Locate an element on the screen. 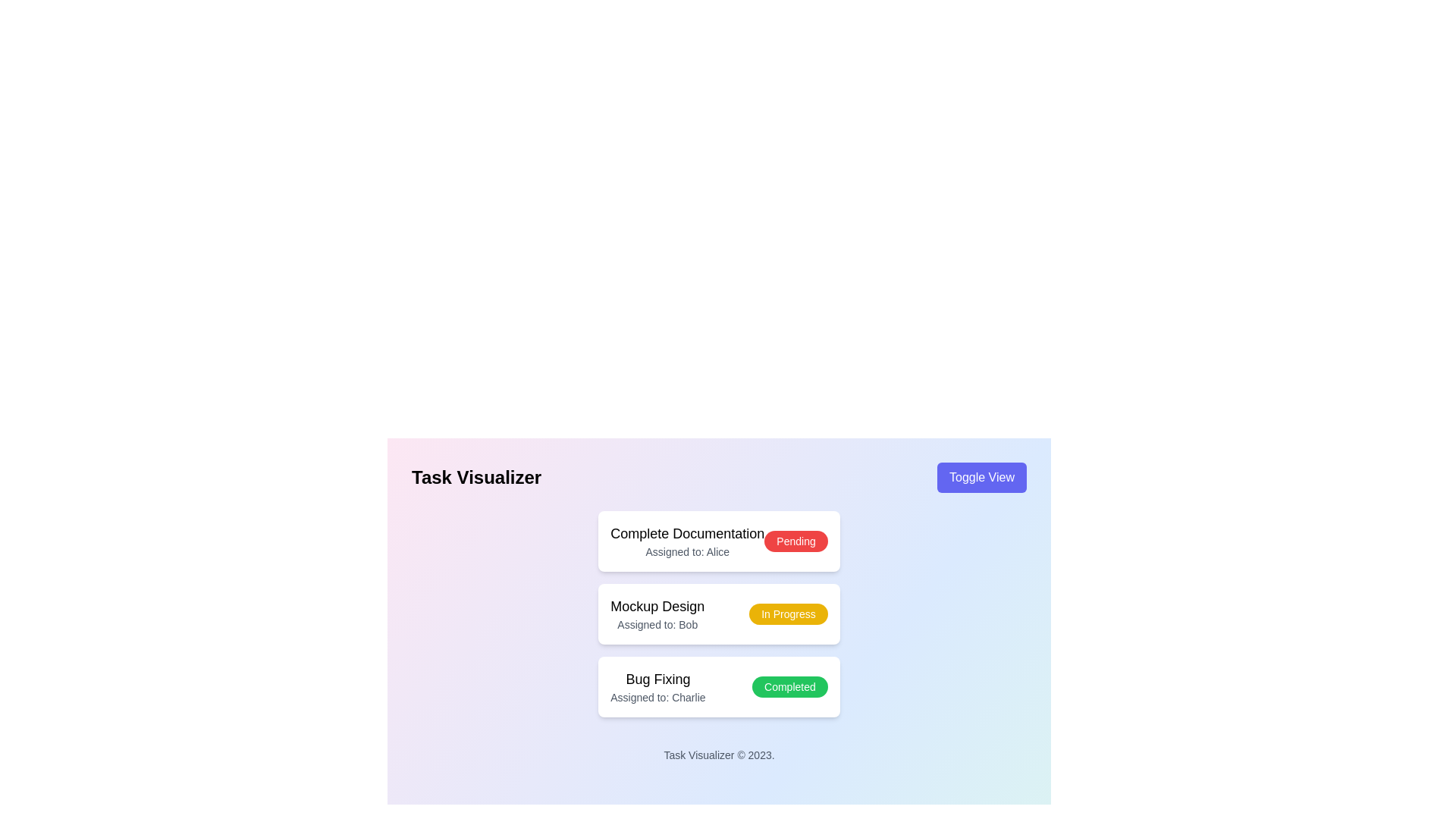 The width and height of the screenshot is (1456, 819). task details from the 'Mockup Design' card, which is the second card in the vertical list of task cards, displaying the title and assigned person along with the 'In Progress' badge is located at coordinates (718, 614).